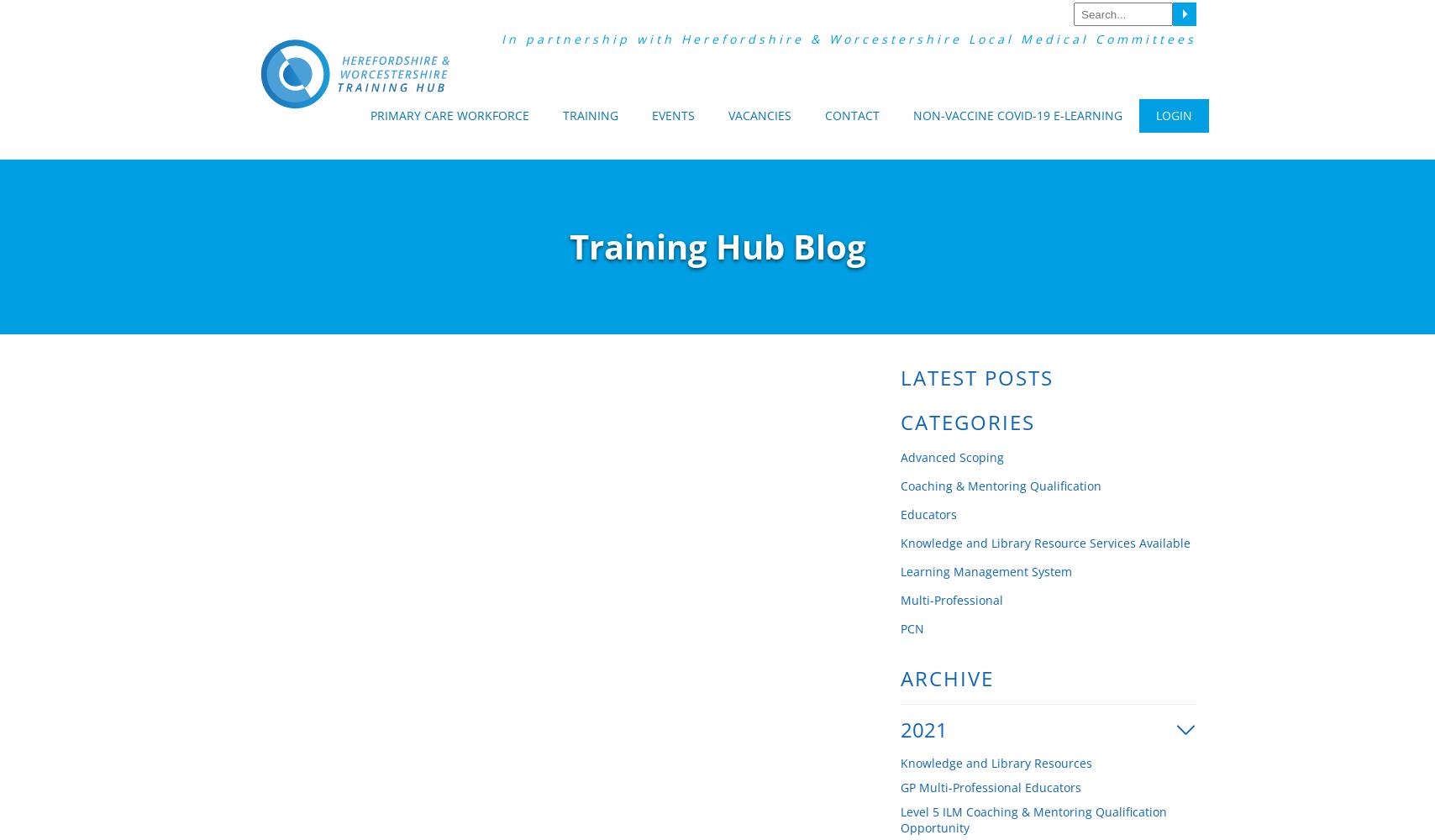 This screenshot has width=1435, height=840. What do you see at coordinates (717, 246) in the screenshot?
I see `'Training Hub Blog'` at bounding box center [717, 246].